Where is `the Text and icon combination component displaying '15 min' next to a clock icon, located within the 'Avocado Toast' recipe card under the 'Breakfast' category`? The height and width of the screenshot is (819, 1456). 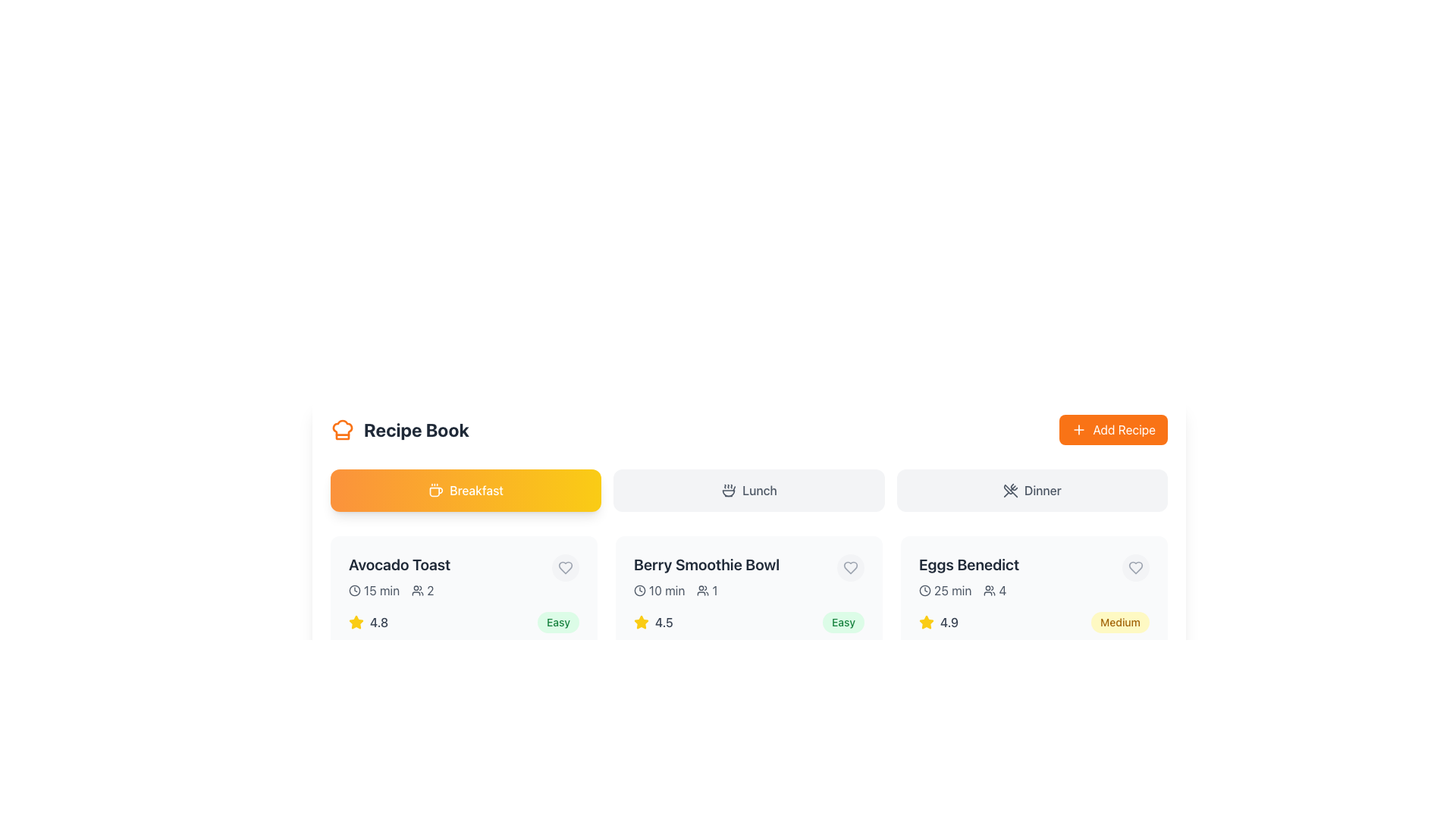 the Text and icon combination component displaying '15 min' next to a clock icon, located within the 'Avocado Toast' recipe card under the 'Breakfast' category is located at coordinates (374, 590).